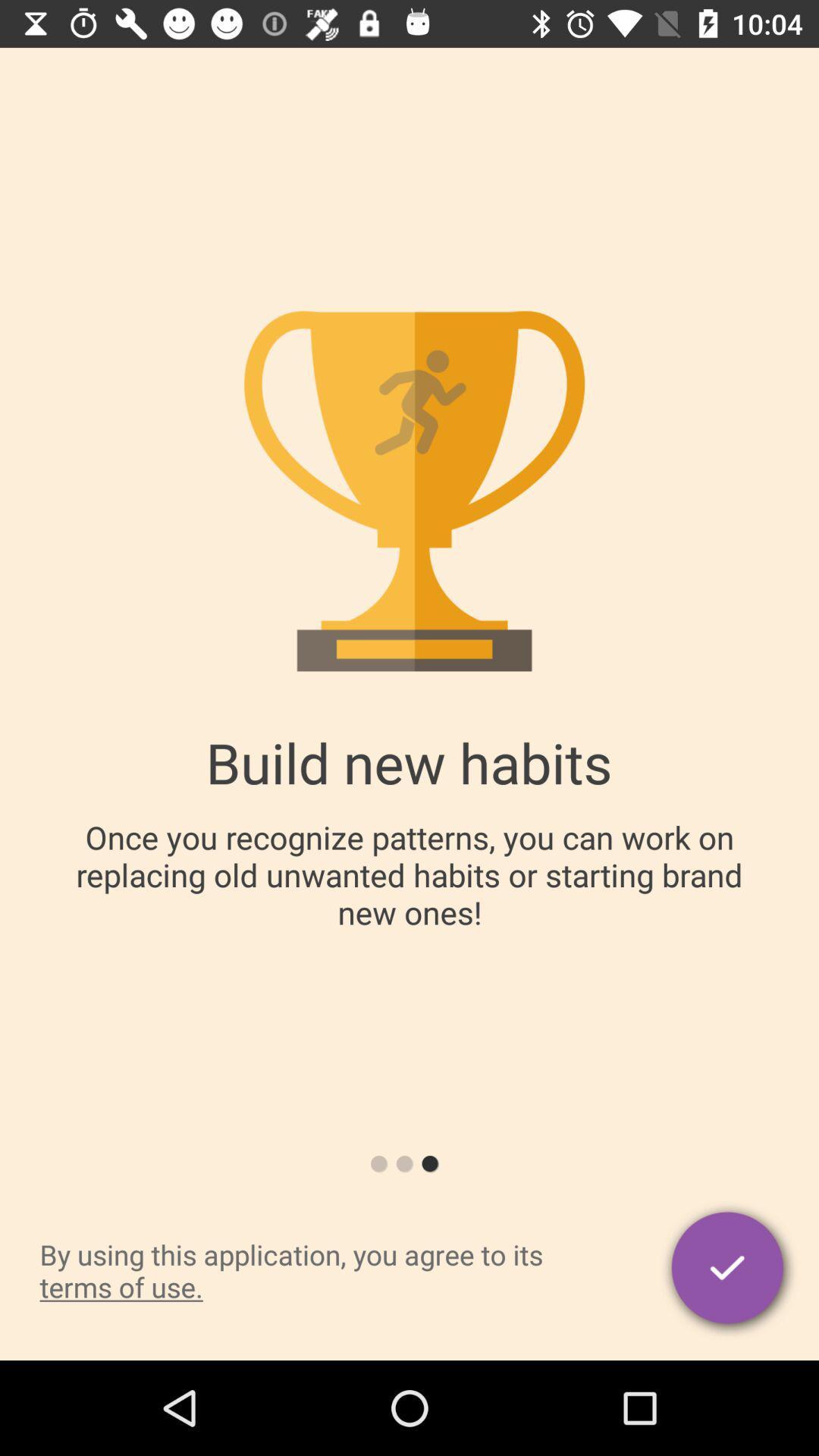 Image resolution: width=819 pixels, height=1456 pixels. What do you see at coordinates (323, 1270) in the screenshot?
I see `the by using this` at bounding box center [323, 1270].